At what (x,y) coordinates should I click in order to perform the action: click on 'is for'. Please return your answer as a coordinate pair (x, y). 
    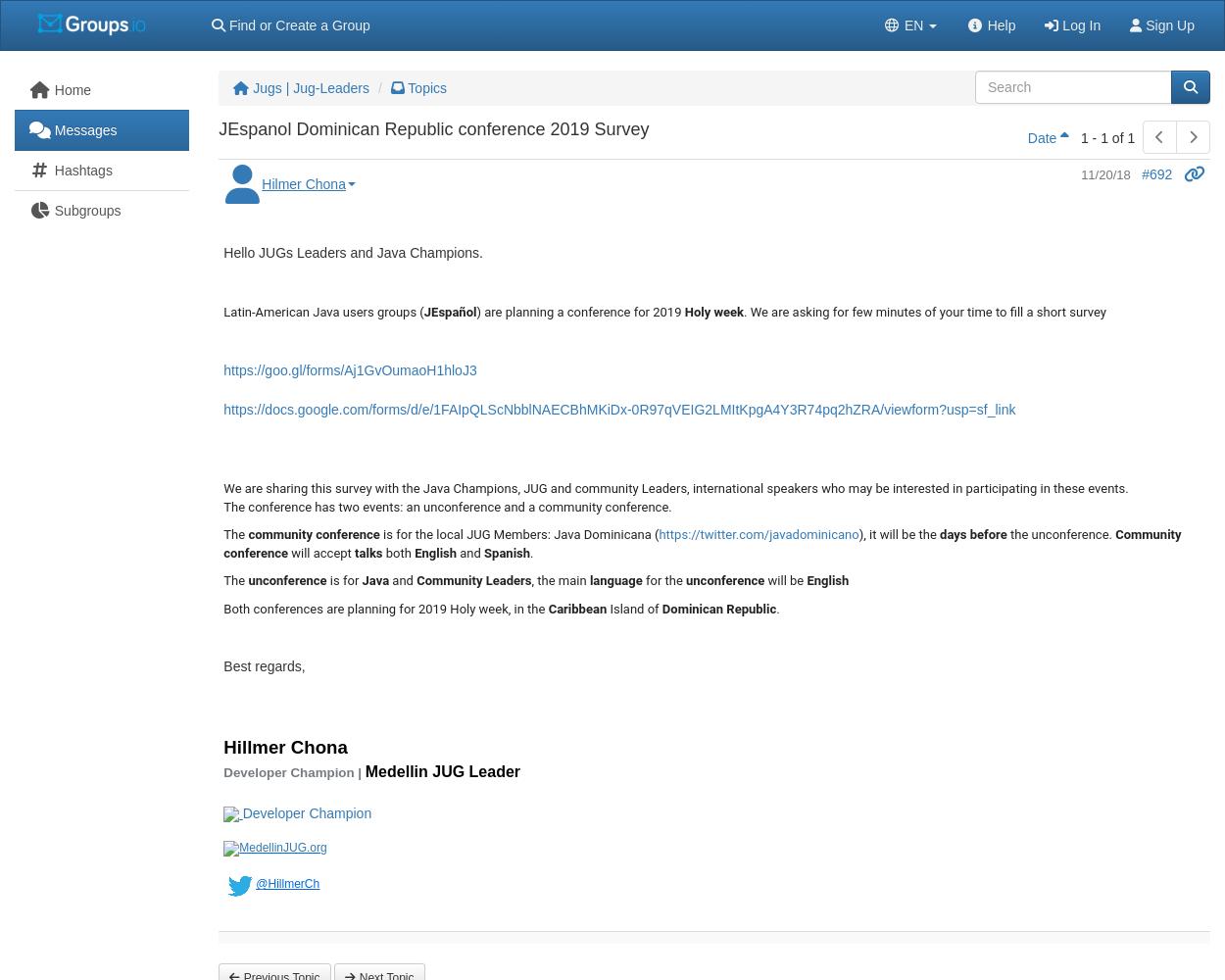
    Looking at the image, I should click on (343, 579).